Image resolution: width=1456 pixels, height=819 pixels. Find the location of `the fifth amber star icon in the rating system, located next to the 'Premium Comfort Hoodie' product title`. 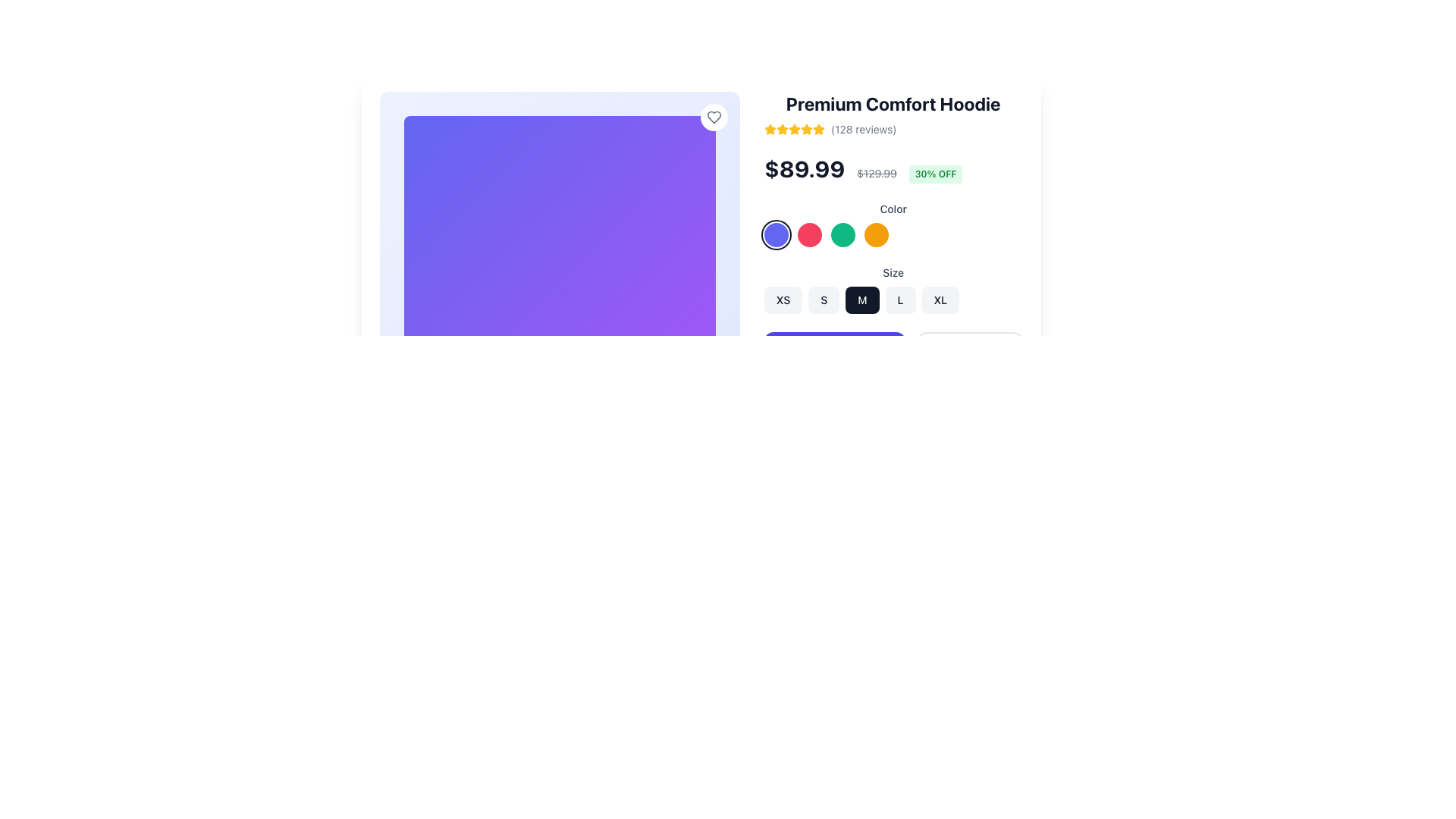

the fifth amber star icon in the rating system, located next to the 'Premium Comfort Hoodie' product title is located at coordinates (805, 128).